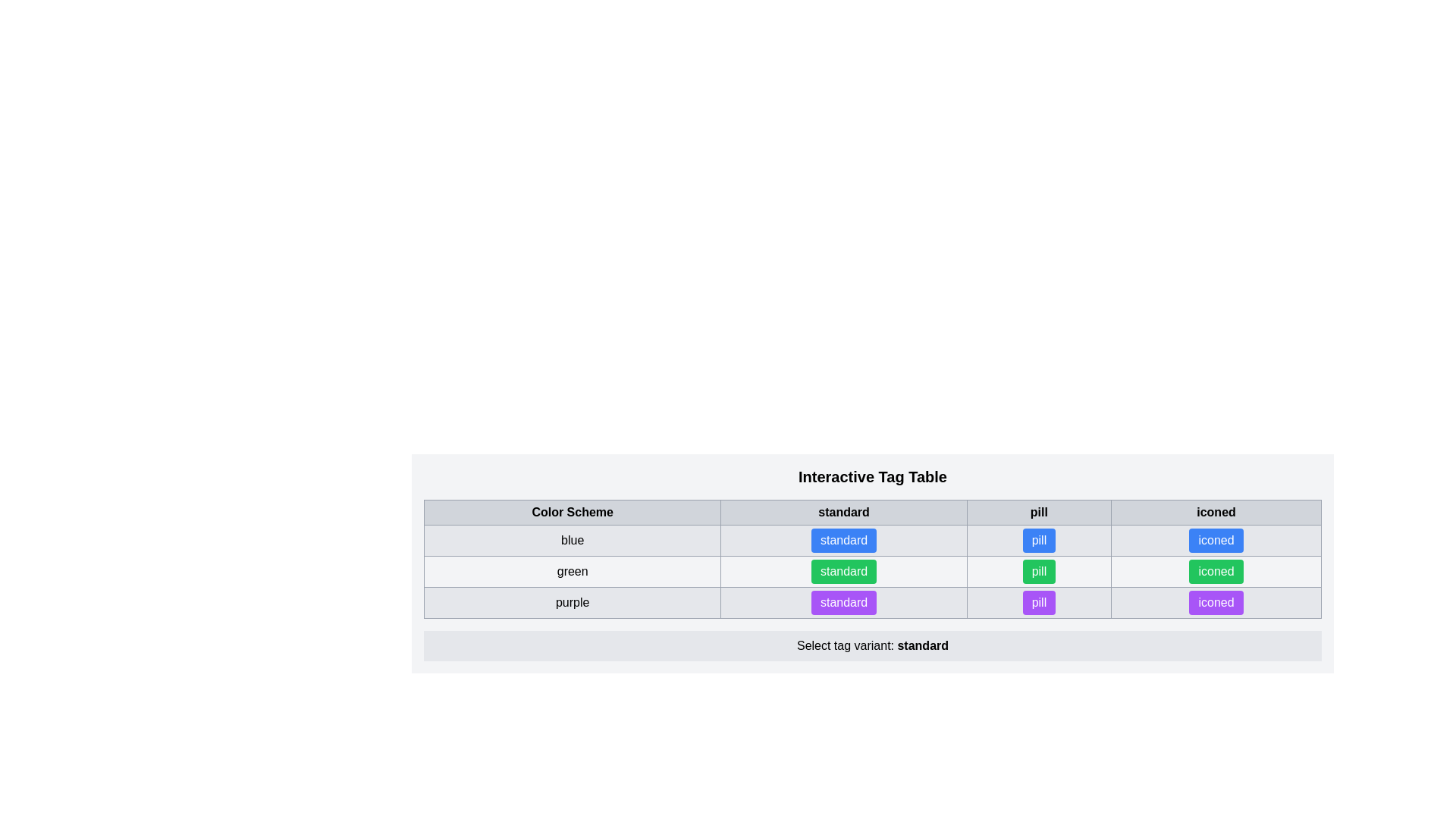  I want to click on the Label containing the text 'standard' which is bordered by a thin gray line and has a light-gray background, located in the second column of the 'Interactive Tag Table', so click(843, 512).